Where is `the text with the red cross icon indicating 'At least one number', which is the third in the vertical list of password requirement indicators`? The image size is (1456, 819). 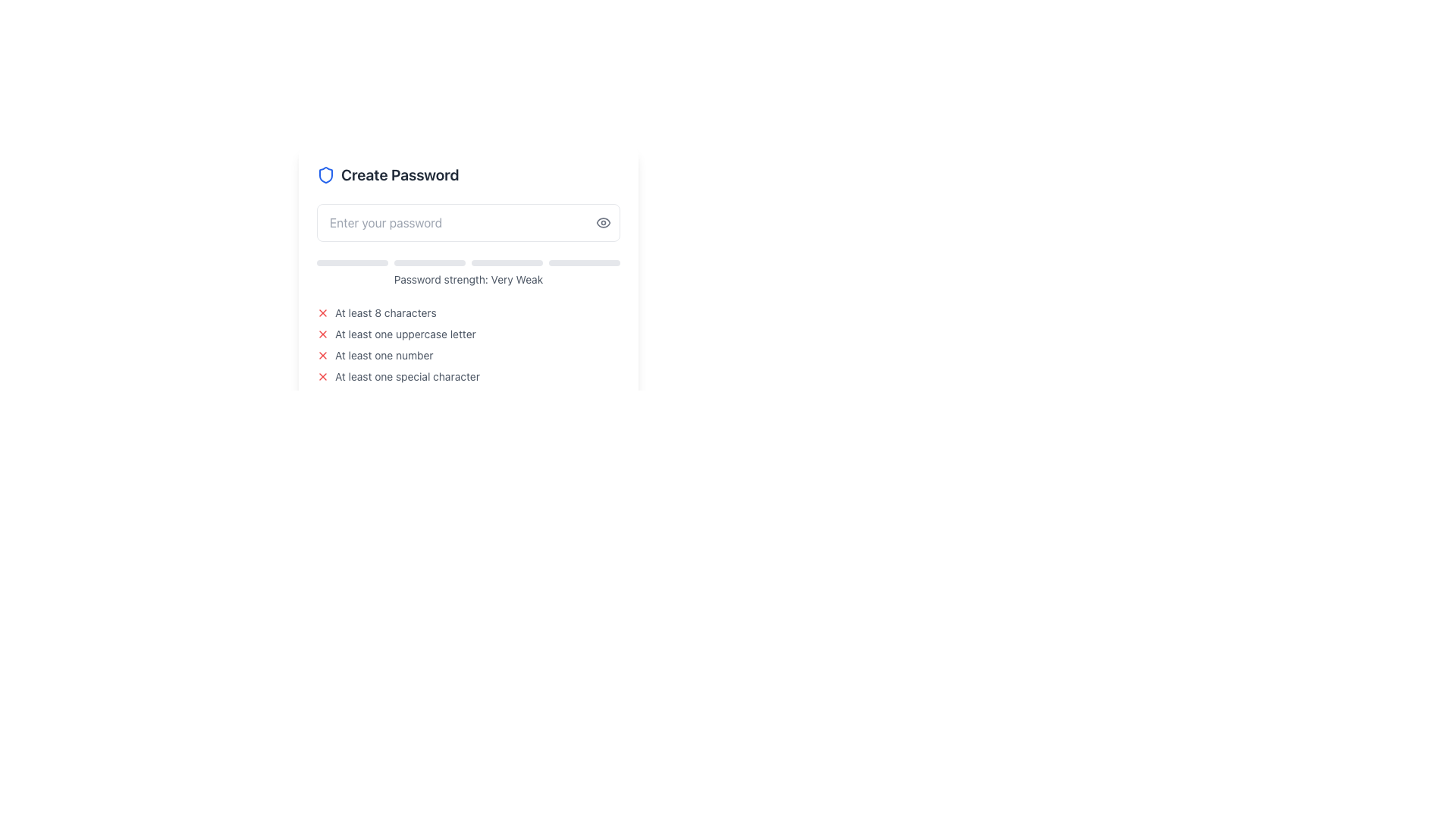 the text with the red cross icon indicating 'At least one number', which is the third in the vertical list of password requirement indicators is located at coordinates (468, 356).